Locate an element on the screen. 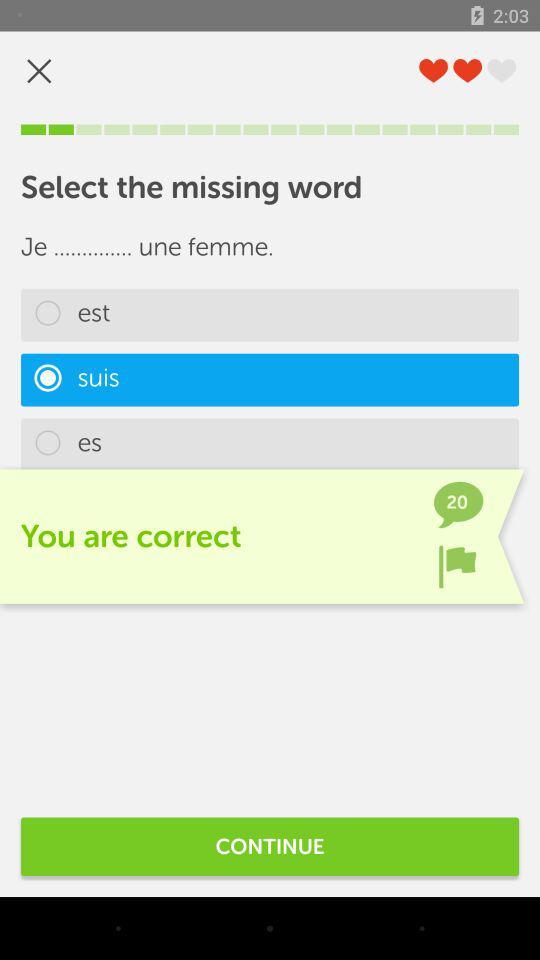 This screenshot has height=960, width=540. suis item is located at coordinates (270, 379).